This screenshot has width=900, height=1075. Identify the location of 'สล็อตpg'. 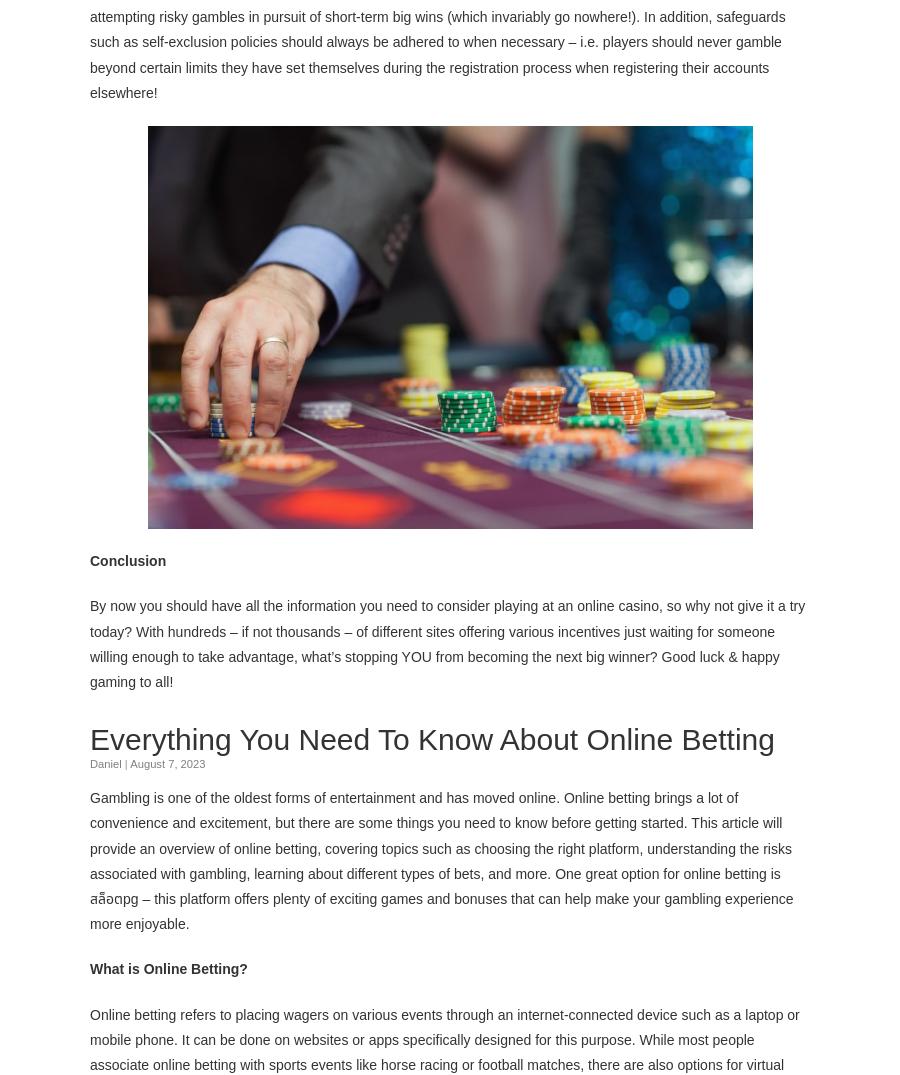
(114, 895).